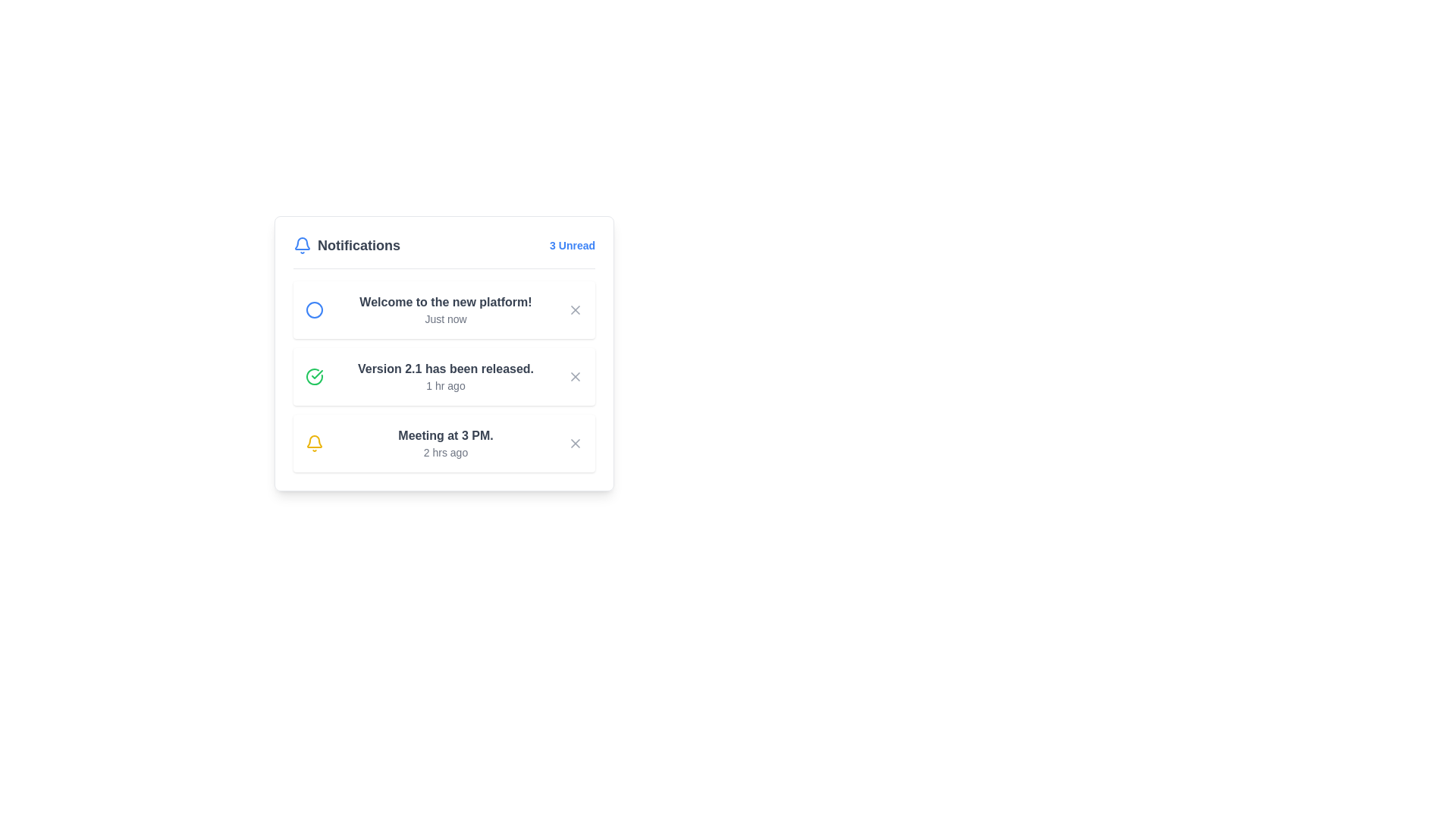 This screenshot has width=1456, height=819. What do you see at coordinates (574, 376) in the screenshot?
I see `the close button (X icon) in the notification panel for the notification titled 'Version 2.1 has been released'` at bounding box center [574, 376].